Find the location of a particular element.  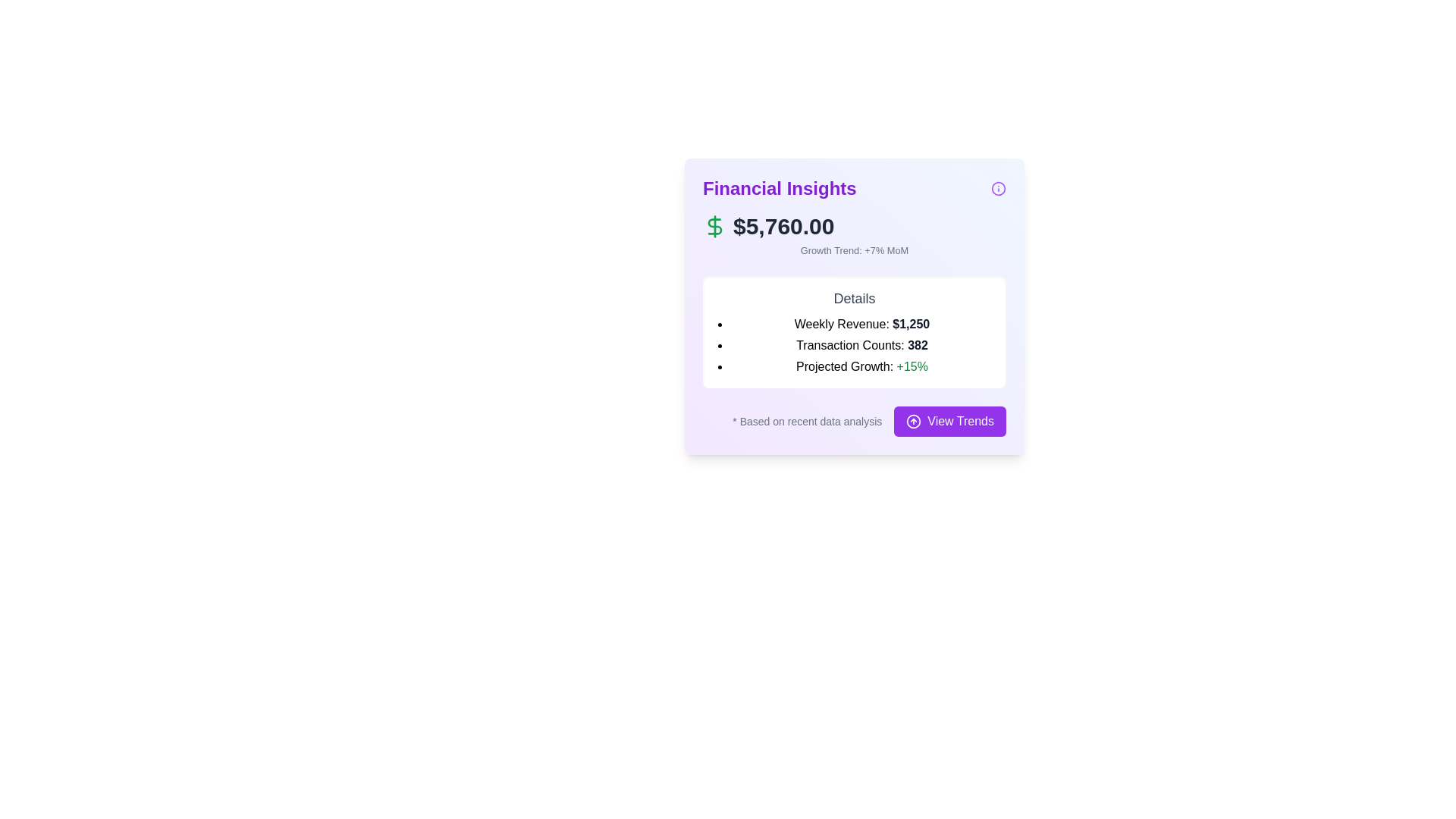

the decorative circular vector graphic element within the 'Financial Insights' card interface, located at the upper-right corner, adjacent to the close button is located at coordinates (998, 188).